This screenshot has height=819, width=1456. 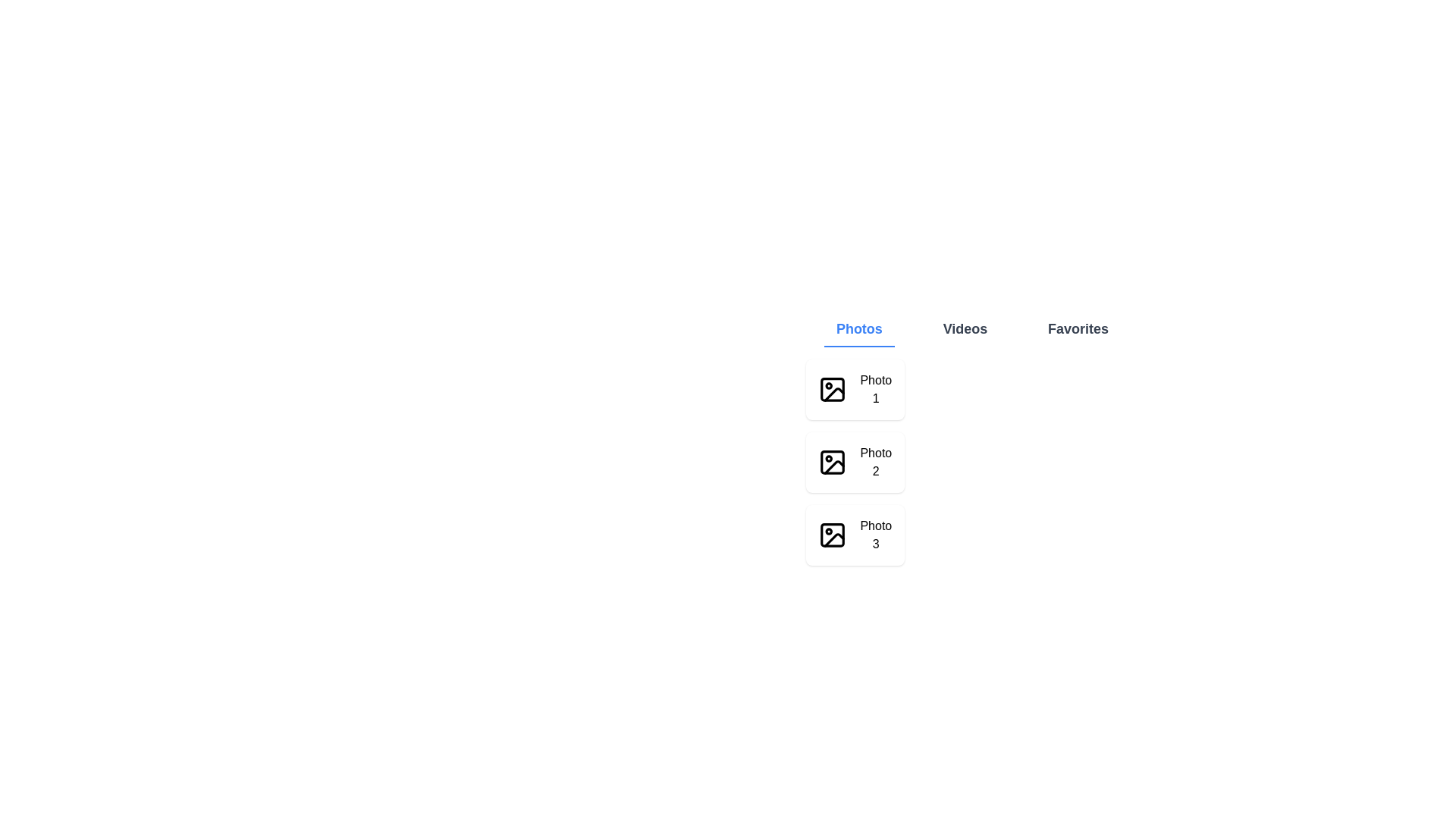 What do you see at coordinates (859, 329) in the screenshot?
I see `the leftmost navigation button in the menu` at bounding box center [859, 329].